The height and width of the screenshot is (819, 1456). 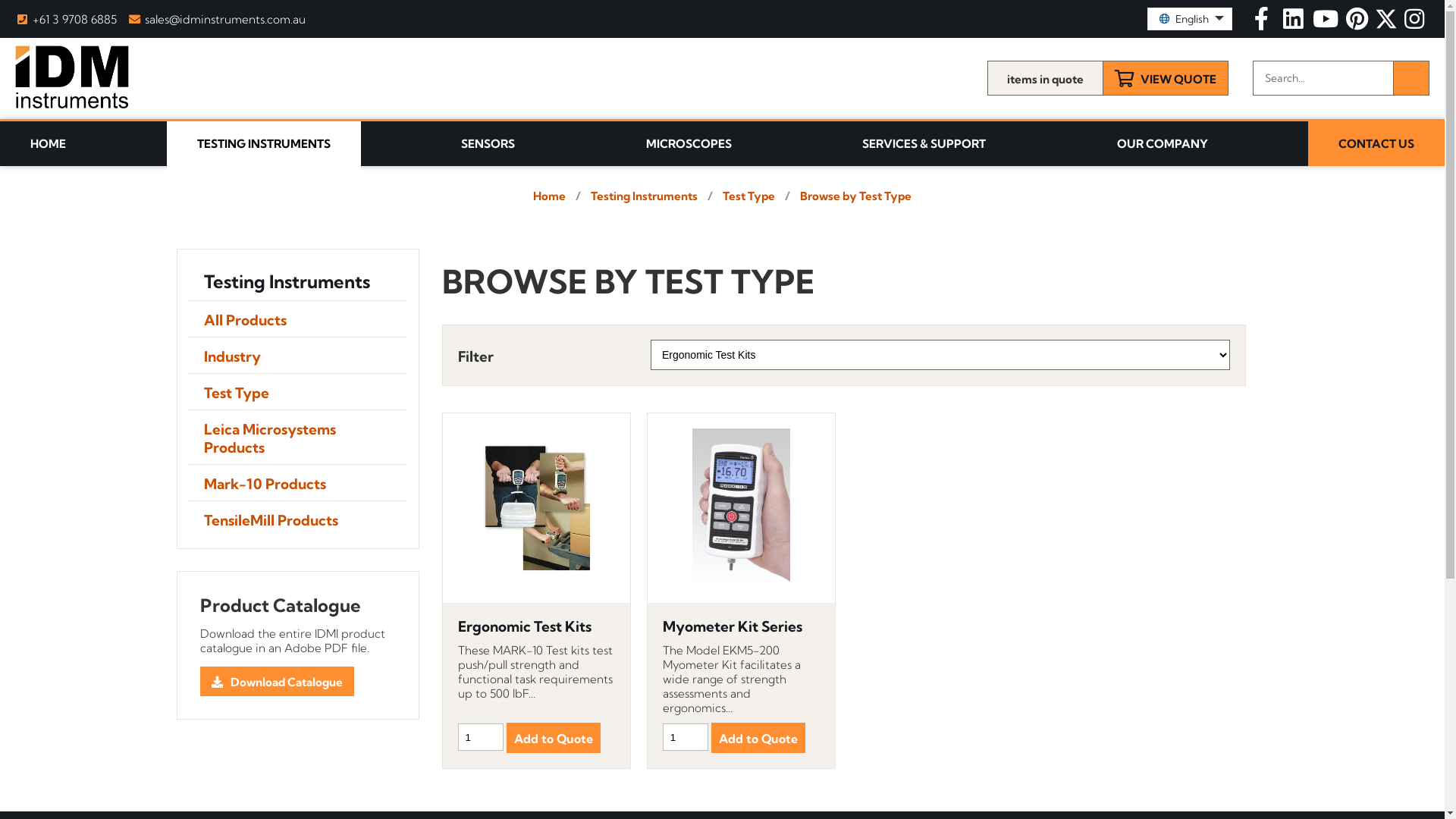 I want to click on 'TensileMill Products', so click(x=297, y=518).